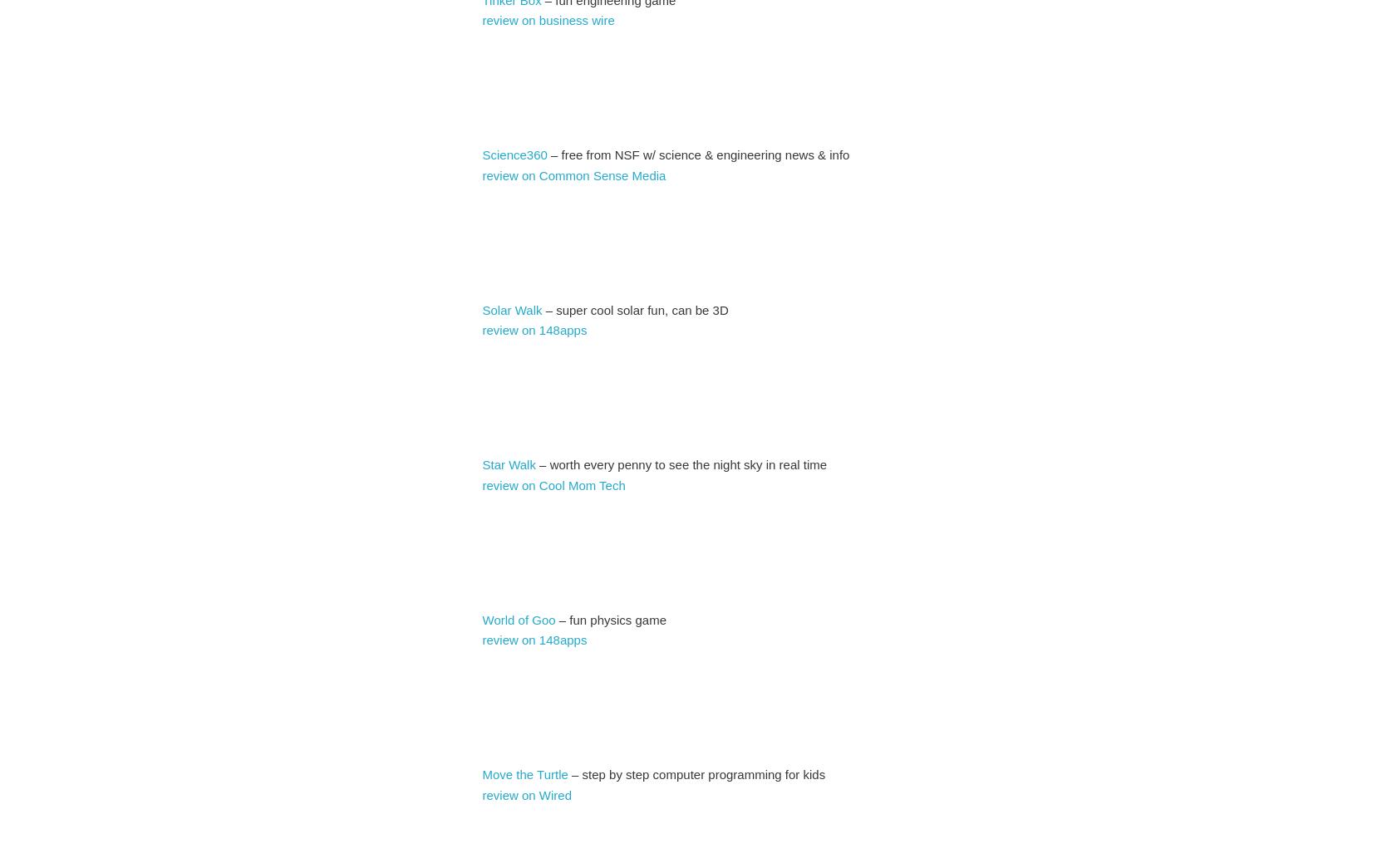  Describe the element at coordinates (535, 464) in the screenshot. I see `'– worth every penny to see the night sky in real time'` at that location.